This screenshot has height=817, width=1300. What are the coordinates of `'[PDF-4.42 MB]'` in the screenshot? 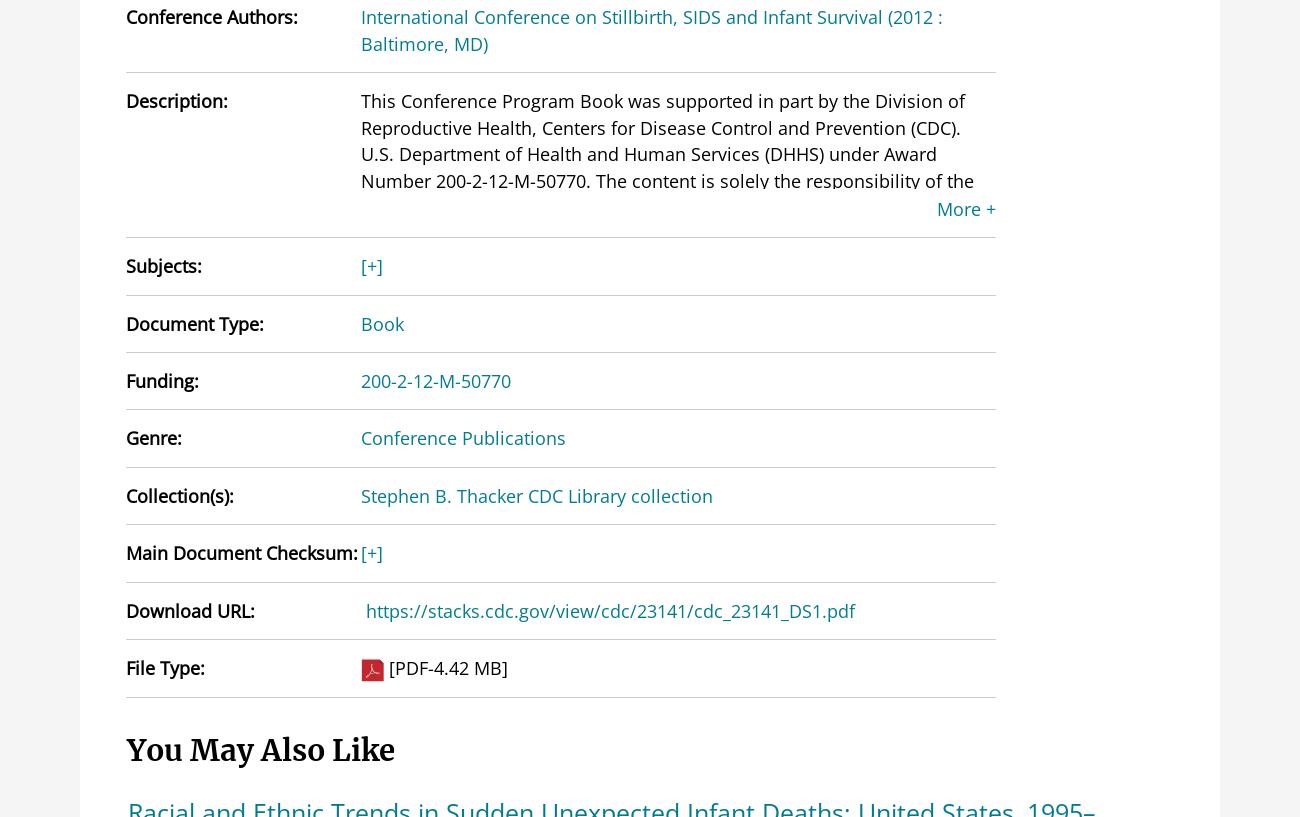 It's located at (388, 666).